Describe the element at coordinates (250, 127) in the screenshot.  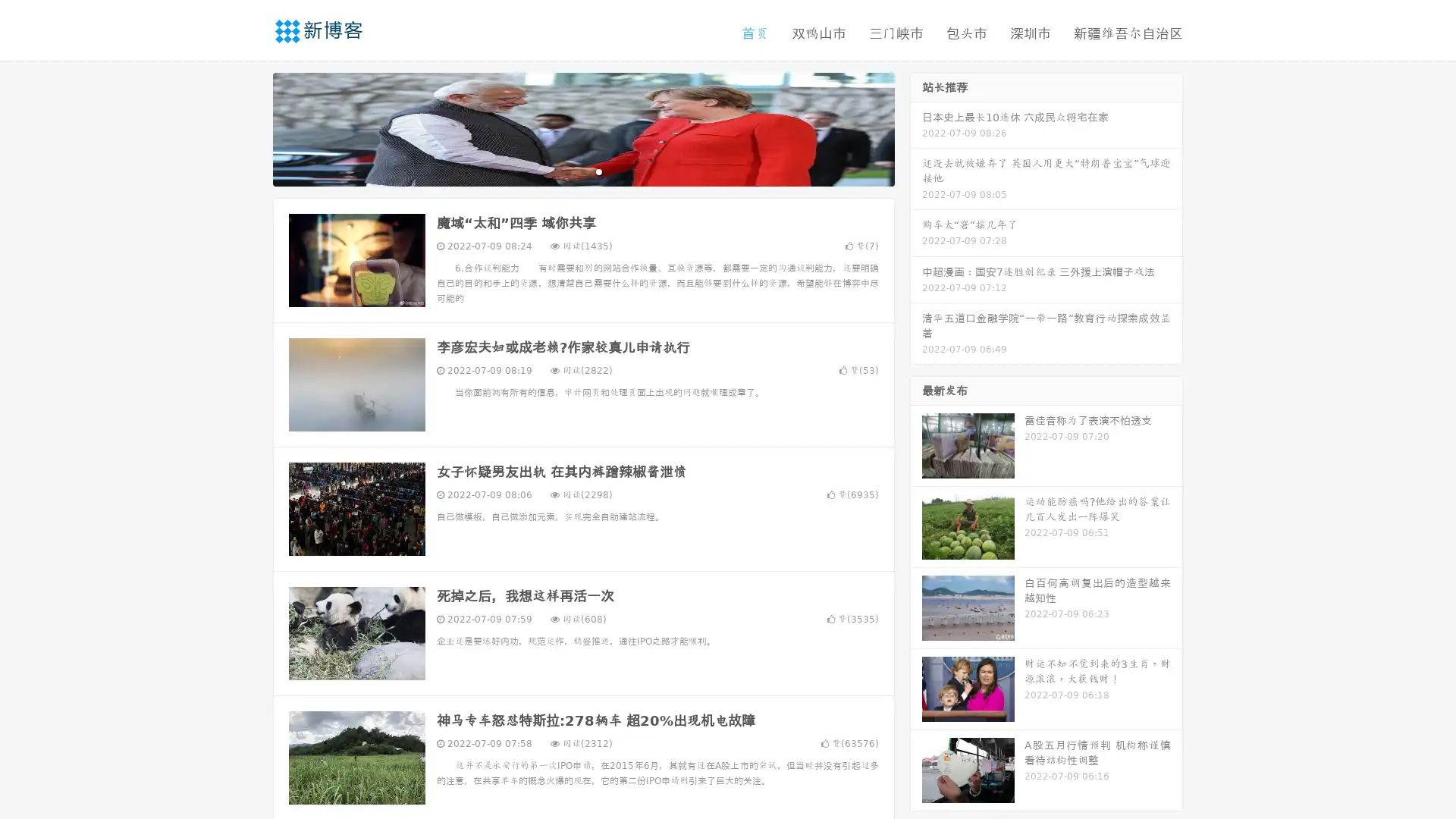
I see `Previous slide` at that location.